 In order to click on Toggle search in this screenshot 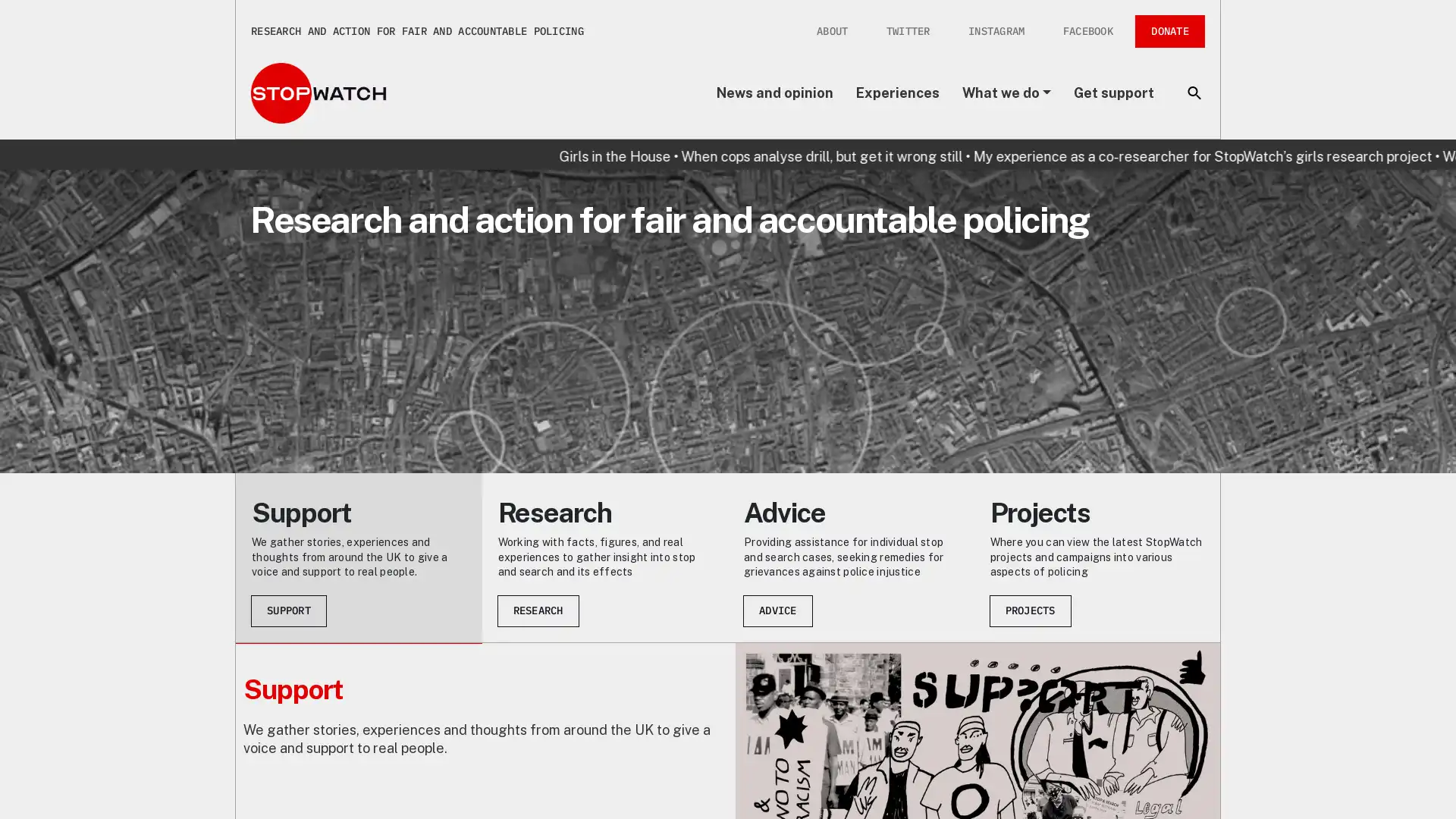, I will do `click(1194, 93)`.